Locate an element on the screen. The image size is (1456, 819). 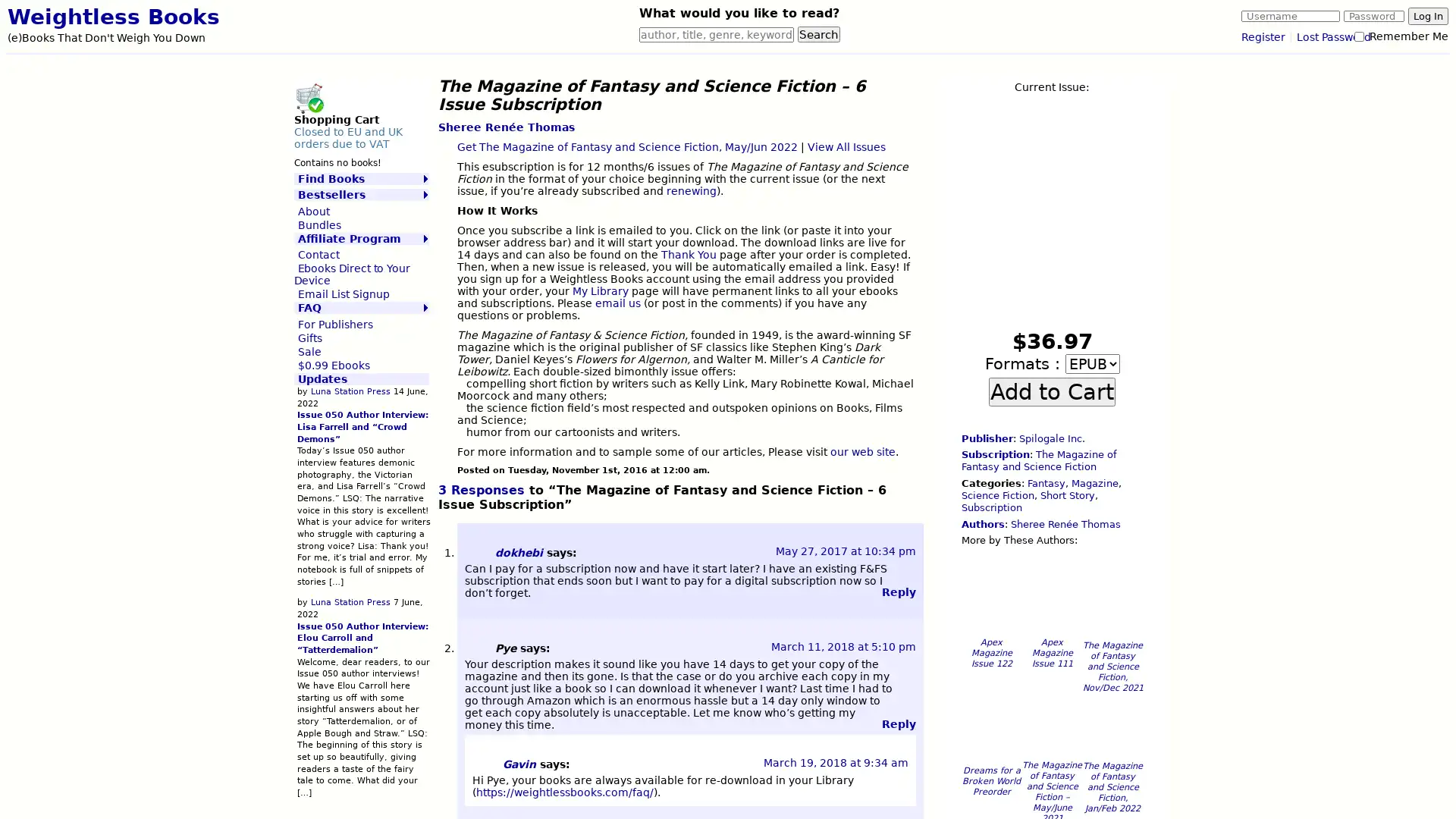
Log In is located at coordinates (1427, 16).